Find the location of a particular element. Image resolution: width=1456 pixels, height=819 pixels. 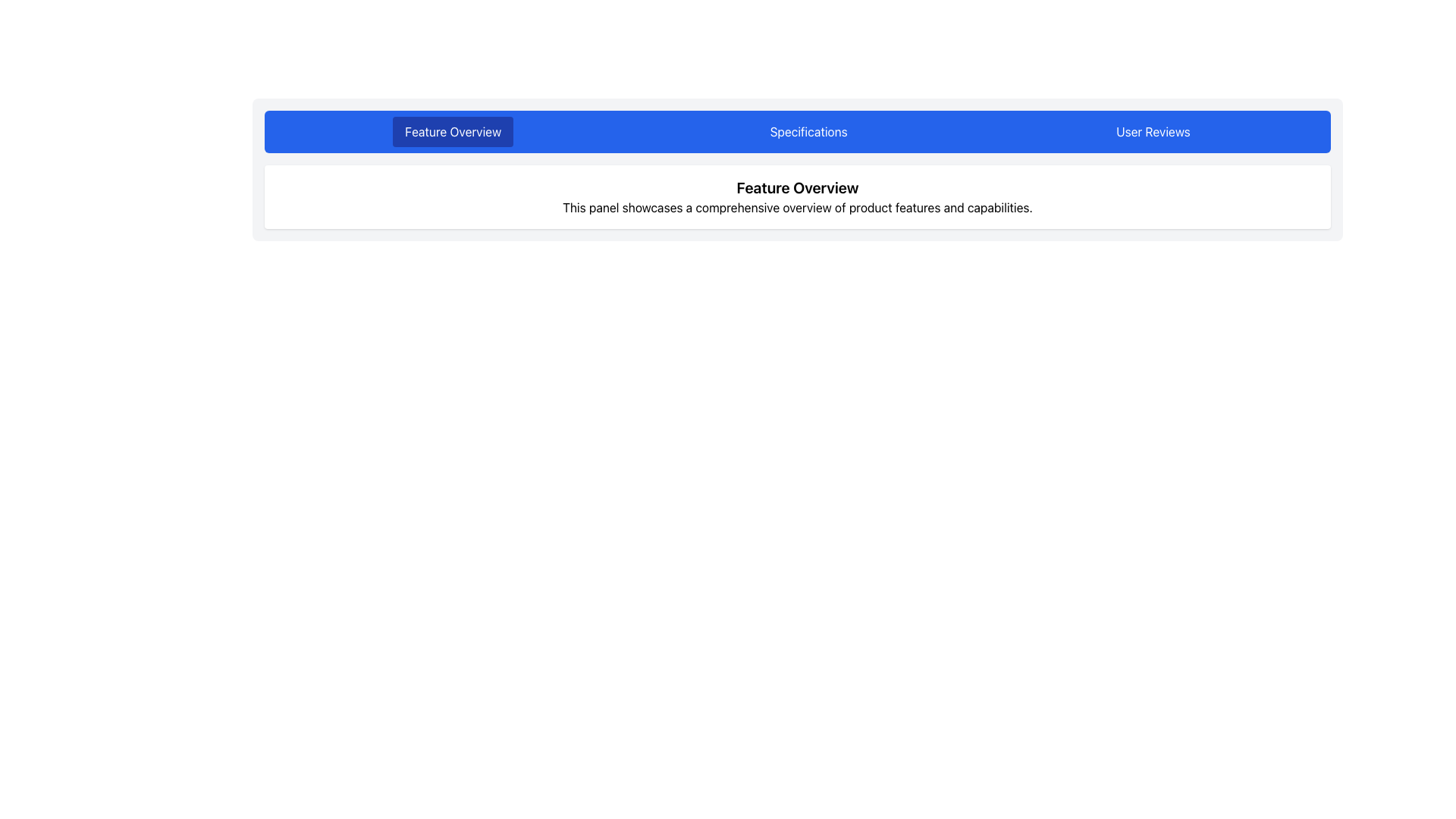

the 'User Reviews' button is located at coordinates (1153, 130).